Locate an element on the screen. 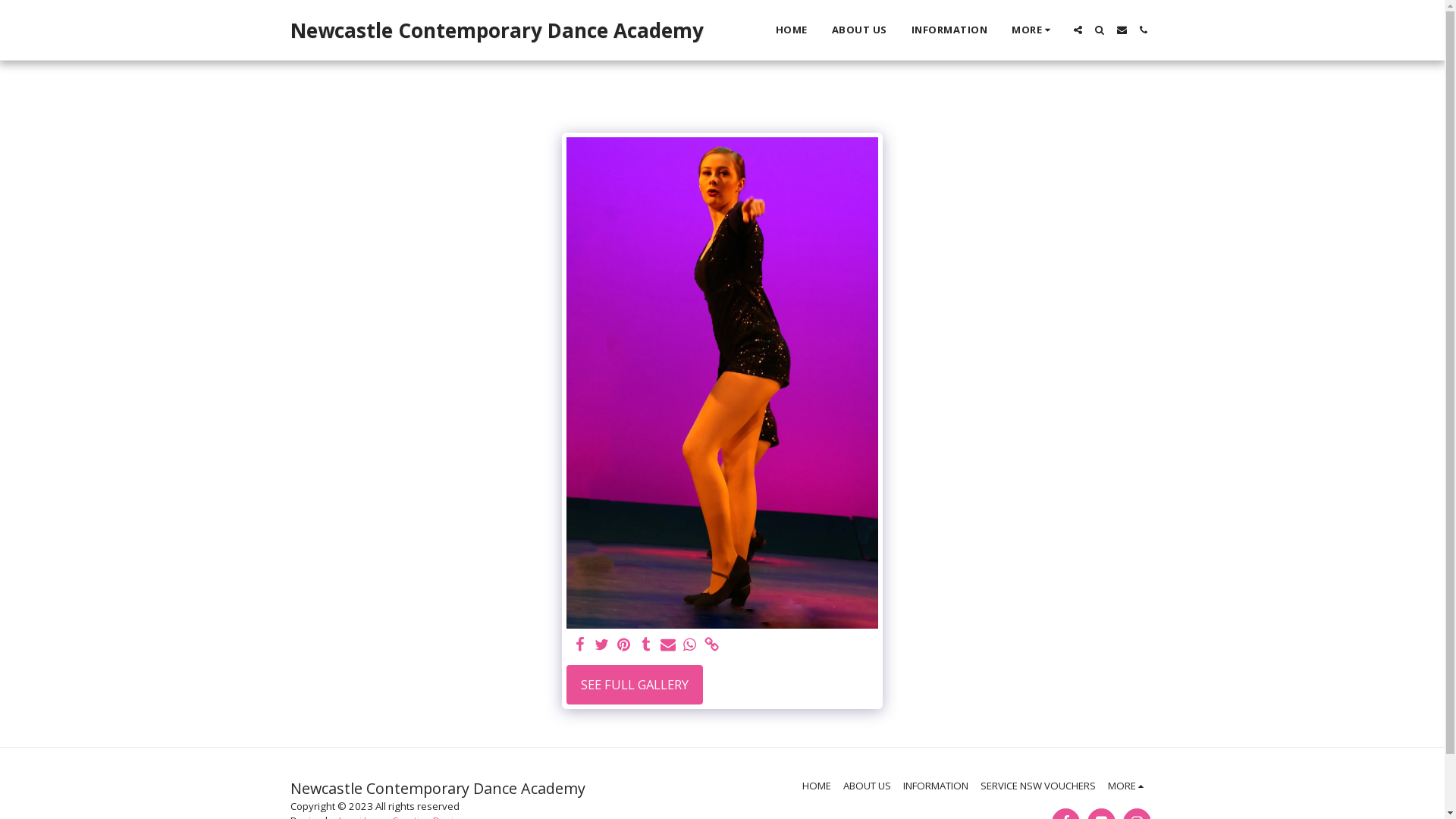  'Share by Email' is located at coordinates (667, 645).